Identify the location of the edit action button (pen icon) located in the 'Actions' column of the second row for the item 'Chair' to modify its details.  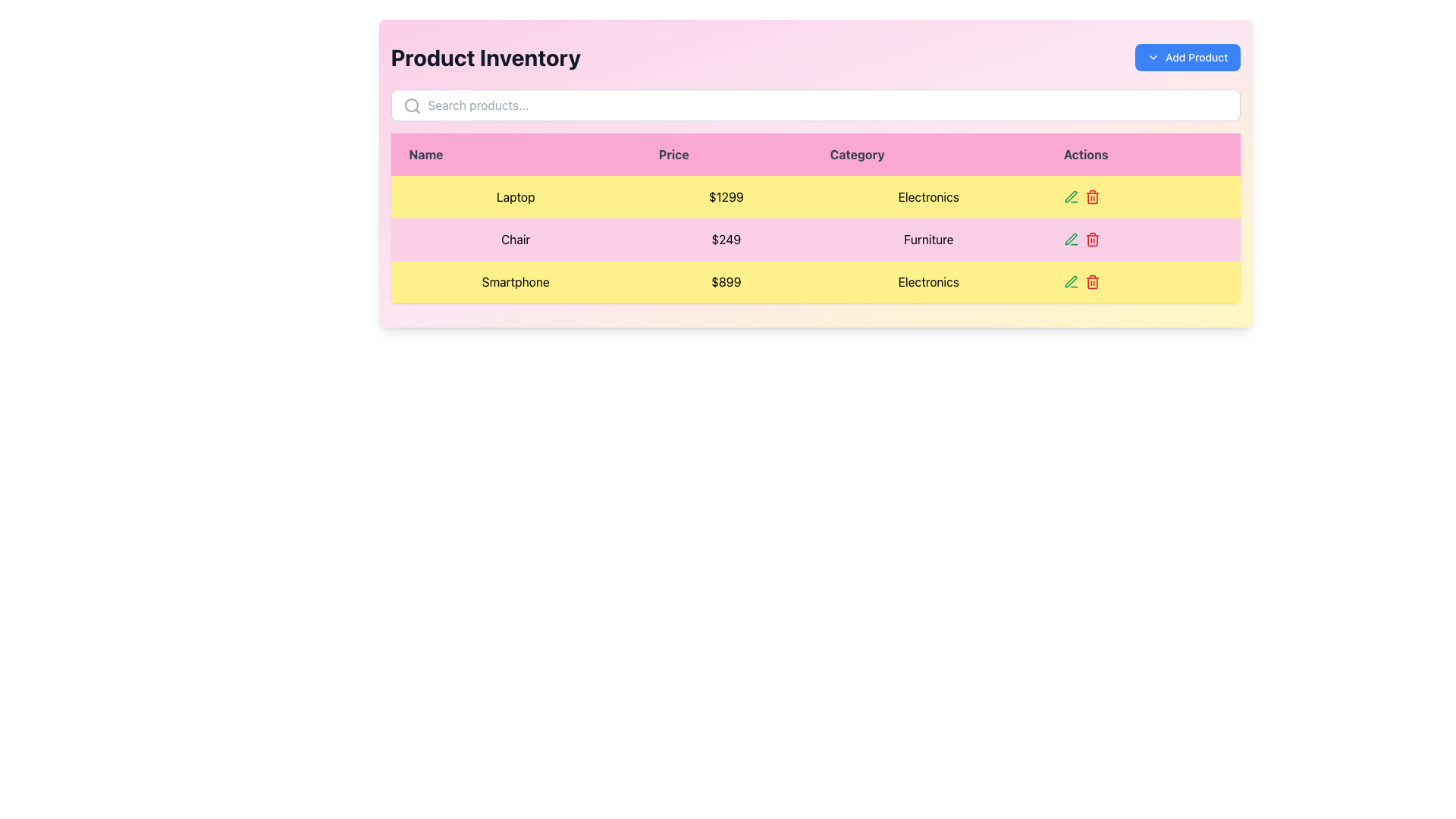
(1070, 196).